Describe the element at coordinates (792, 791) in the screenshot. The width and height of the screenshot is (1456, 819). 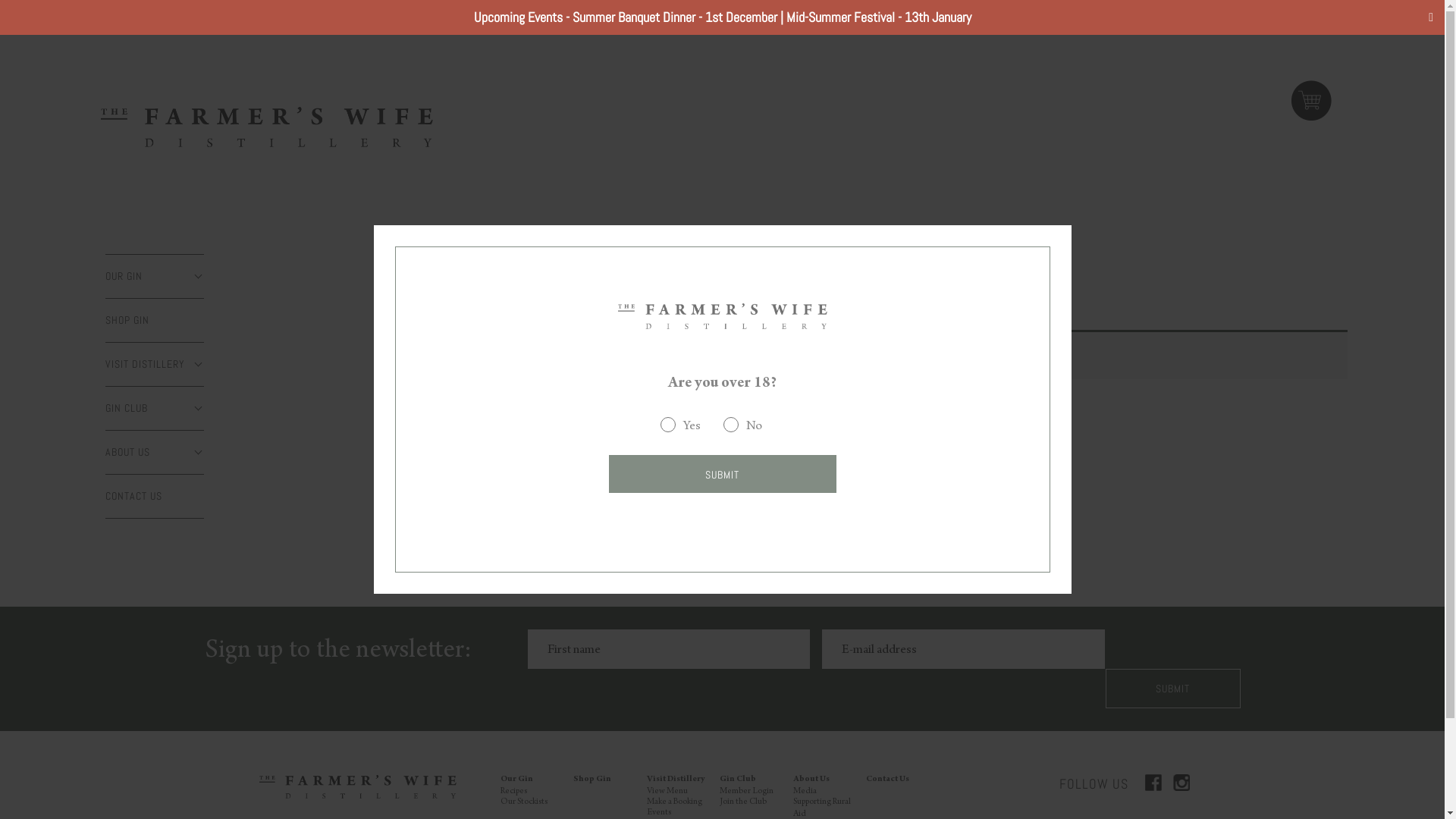
I see `'Media'` at that location.